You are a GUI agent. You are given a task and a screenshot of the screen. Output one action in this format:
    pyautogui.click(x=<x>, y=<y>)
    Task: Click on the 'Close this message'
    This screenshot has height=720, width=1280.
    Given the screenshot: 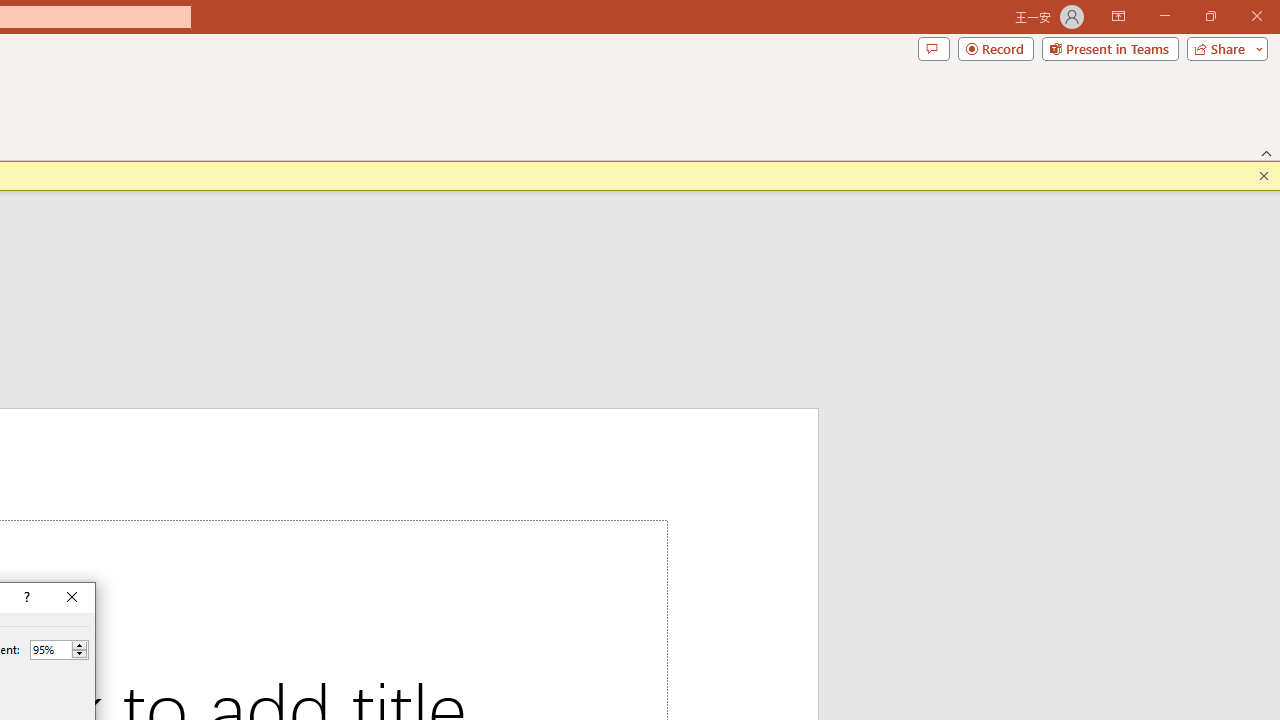 What is the action you would take?
    pyautogui.click(x=1263, y=175)
    